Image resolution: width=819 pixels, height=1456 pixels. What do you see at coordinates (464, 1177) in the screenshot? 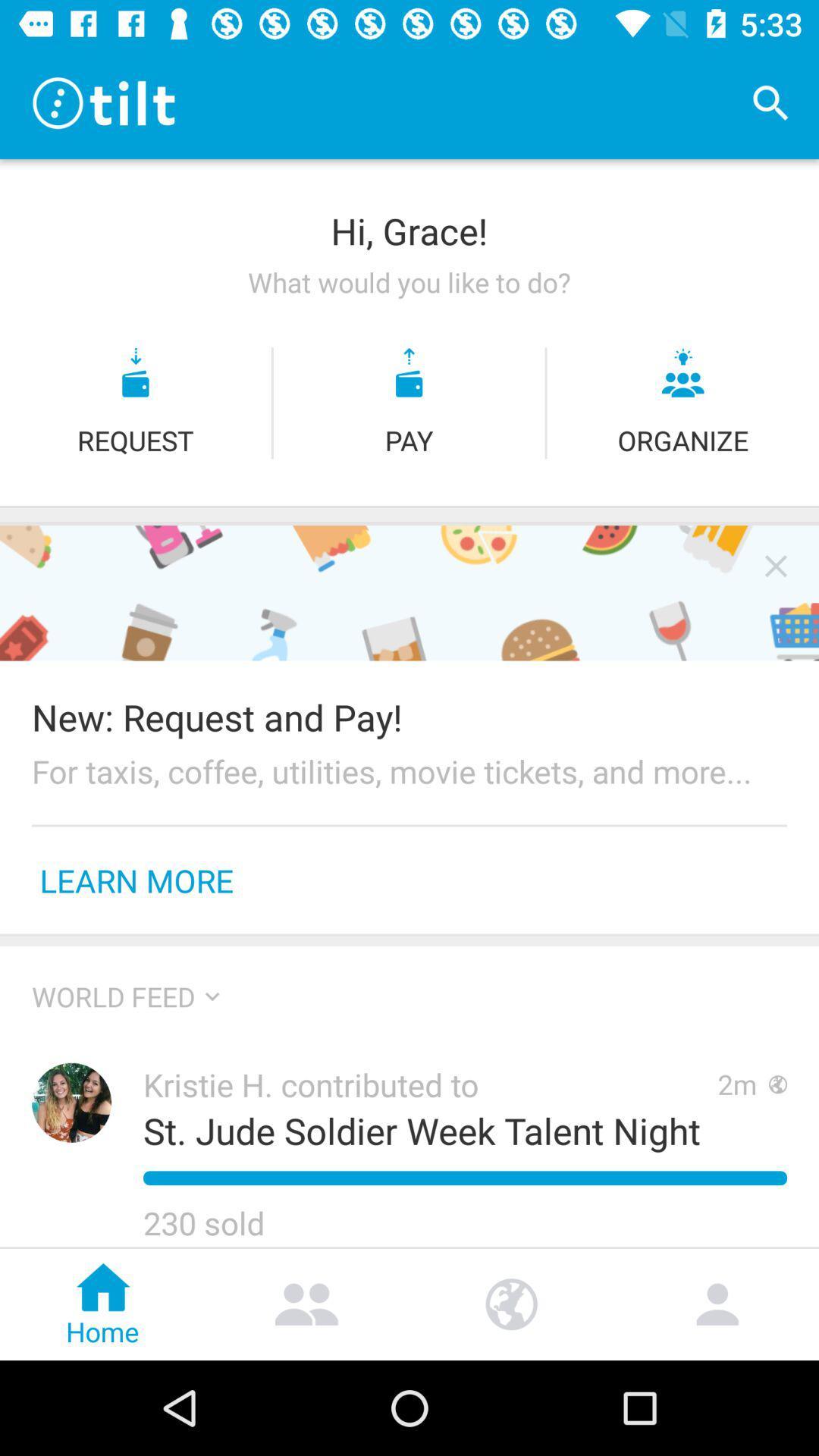
I see `the item below st jude soldier` at bounding box center [464, 1177].